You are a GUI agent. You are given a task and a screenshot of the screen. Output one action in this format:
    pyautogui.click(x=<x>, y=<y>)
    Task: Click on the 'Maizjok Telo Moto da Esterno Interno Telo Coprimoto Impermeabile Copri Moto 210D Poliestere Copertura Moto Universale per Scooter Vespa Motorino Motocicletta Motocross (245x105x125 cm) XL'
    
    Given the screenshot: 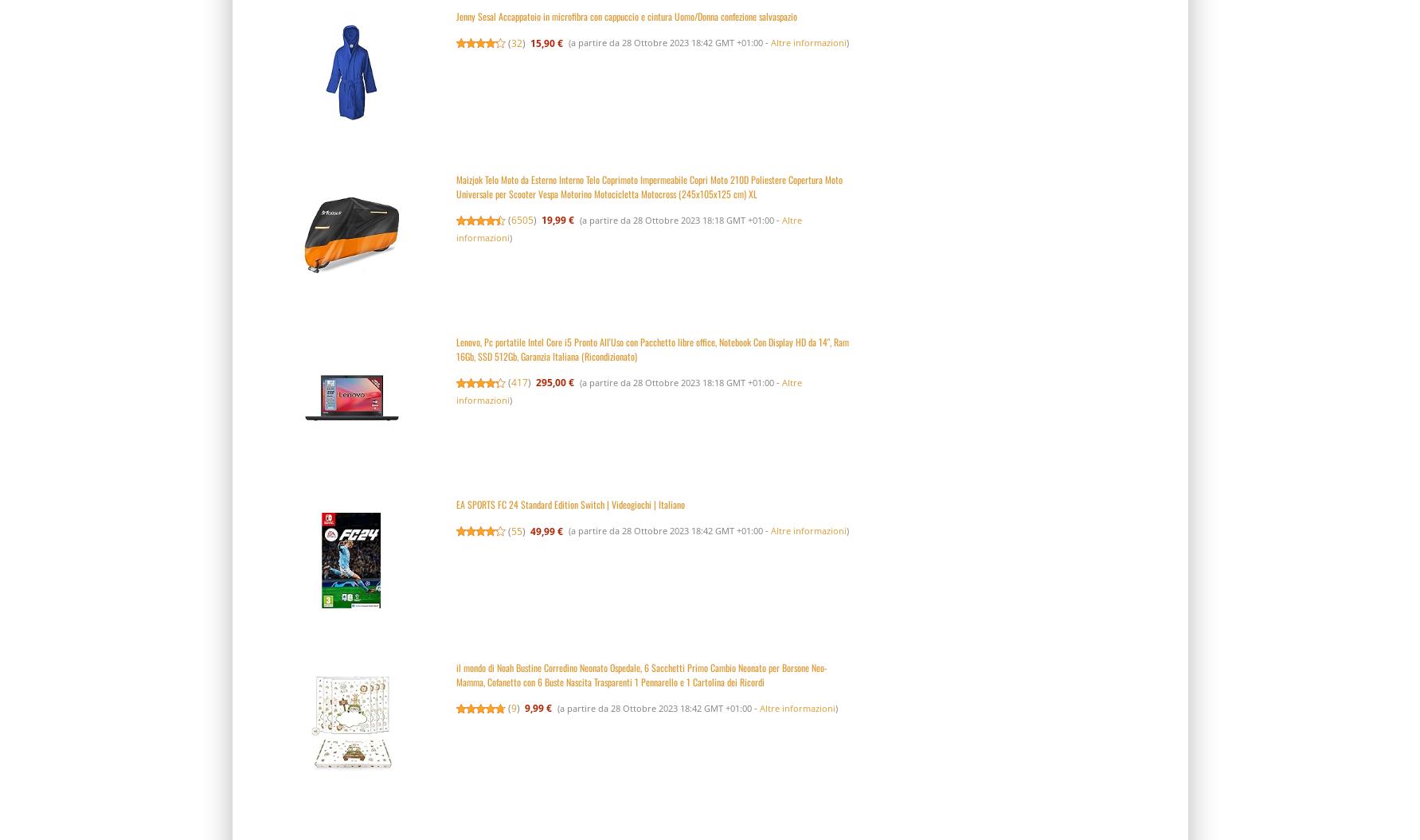 What is the action you would take?
    pyautogui.click(x=649, y=185)
    